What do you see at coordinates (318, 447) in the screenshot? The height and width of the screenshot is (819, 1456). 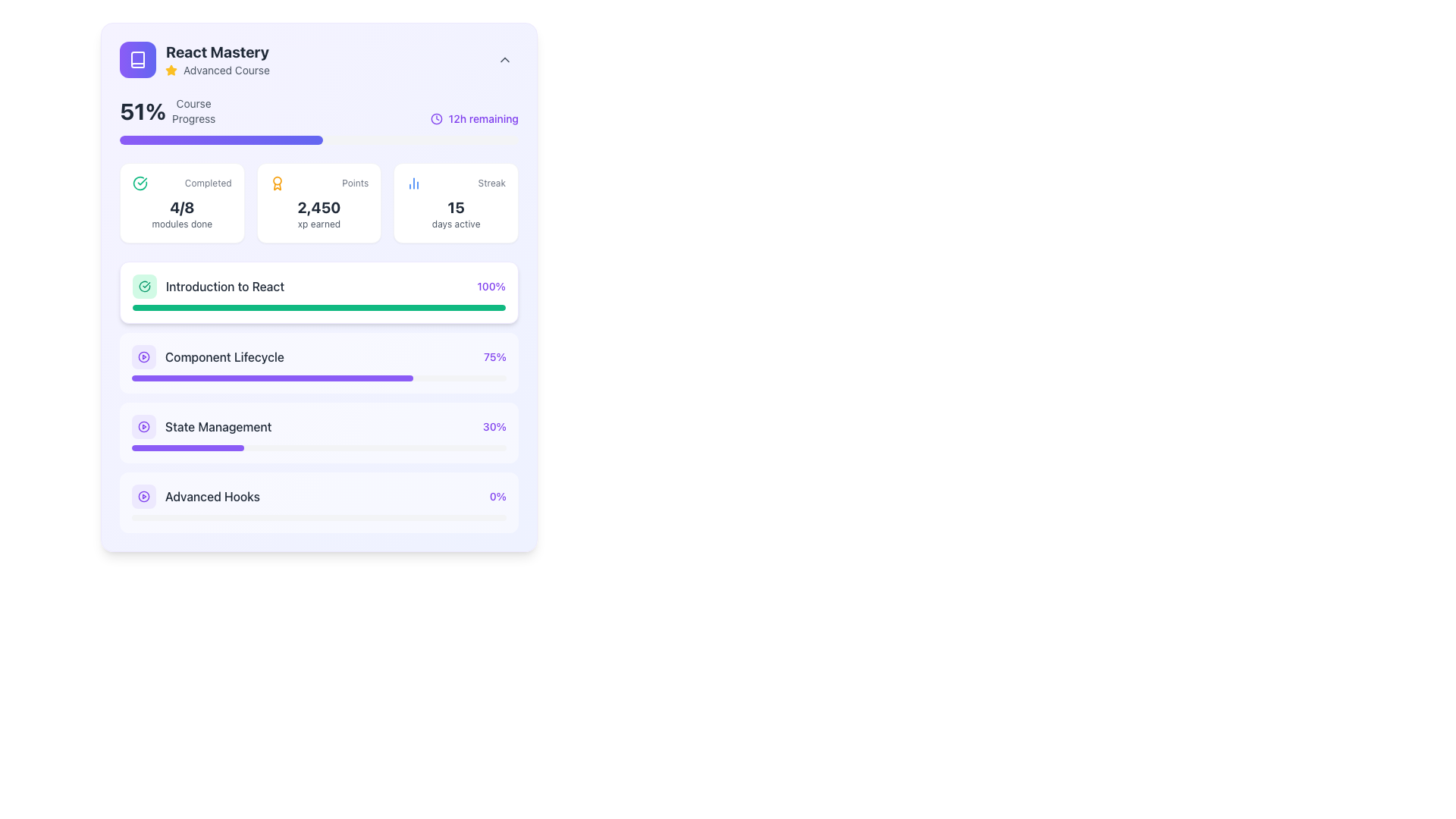 I see `the progress bar located below the text 'State Management 30%' in the 'State Management' section, which is the third progress bar in the vertical list` at bounding box center [318, 447].